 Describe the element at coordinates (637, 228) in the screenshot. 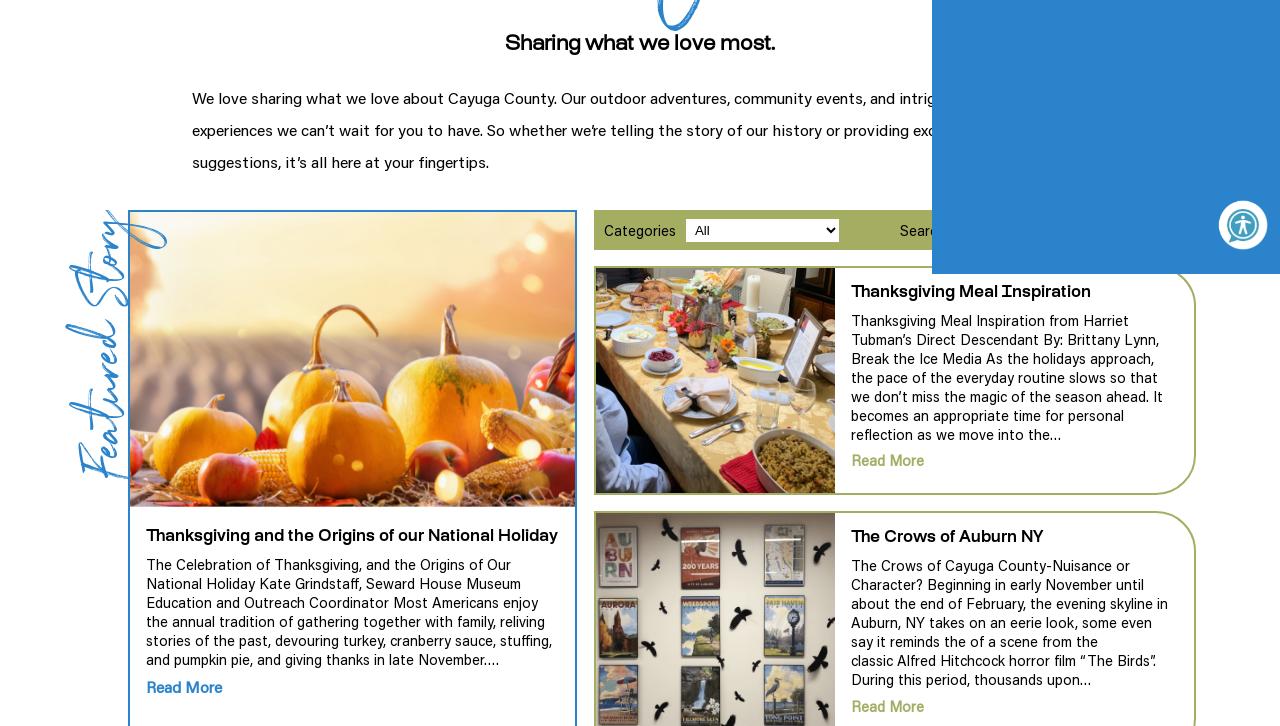

I see `'Categories'` at that location.